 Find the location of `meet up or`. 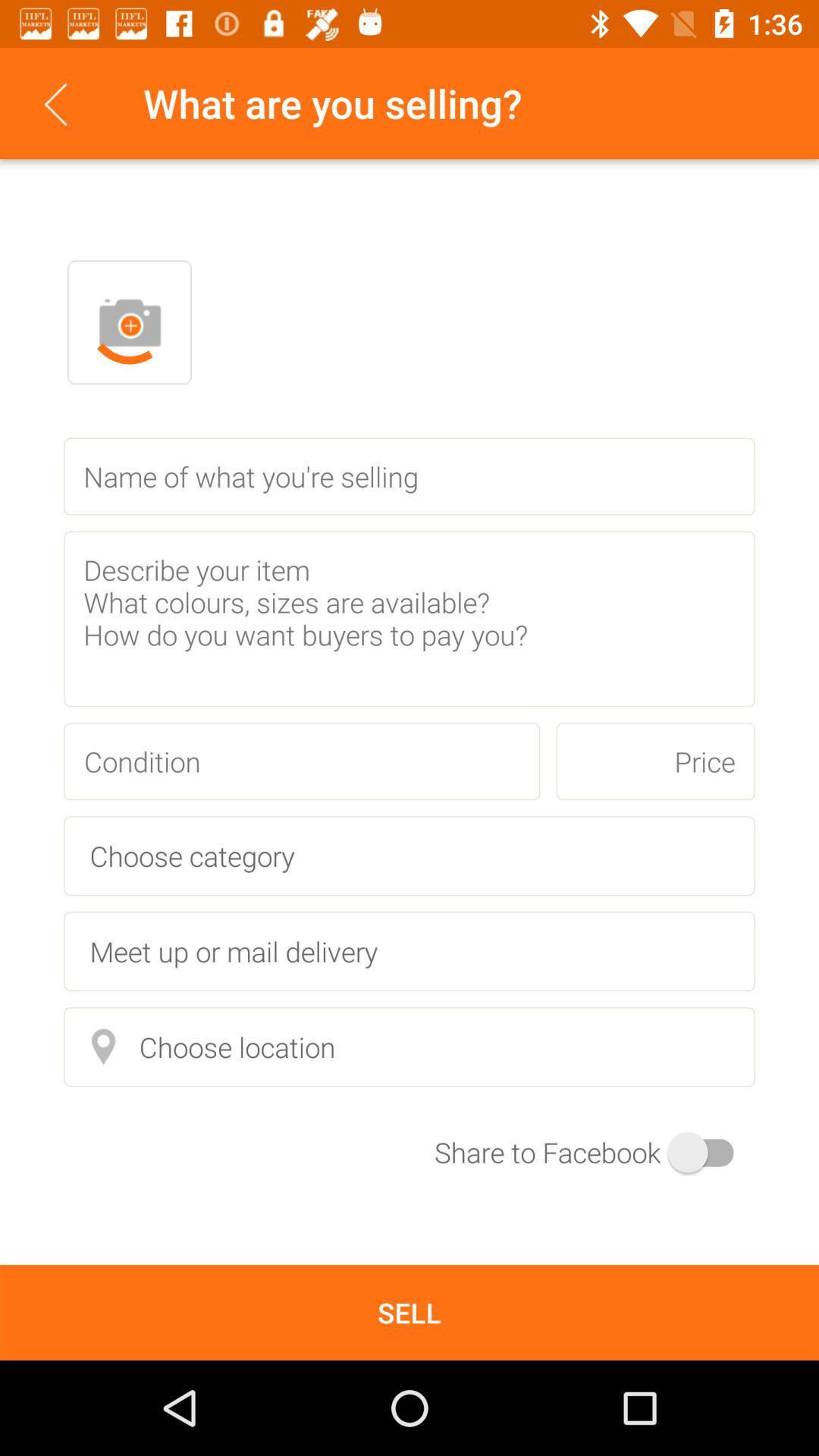

meet up or is located at coordinates (409, 950).